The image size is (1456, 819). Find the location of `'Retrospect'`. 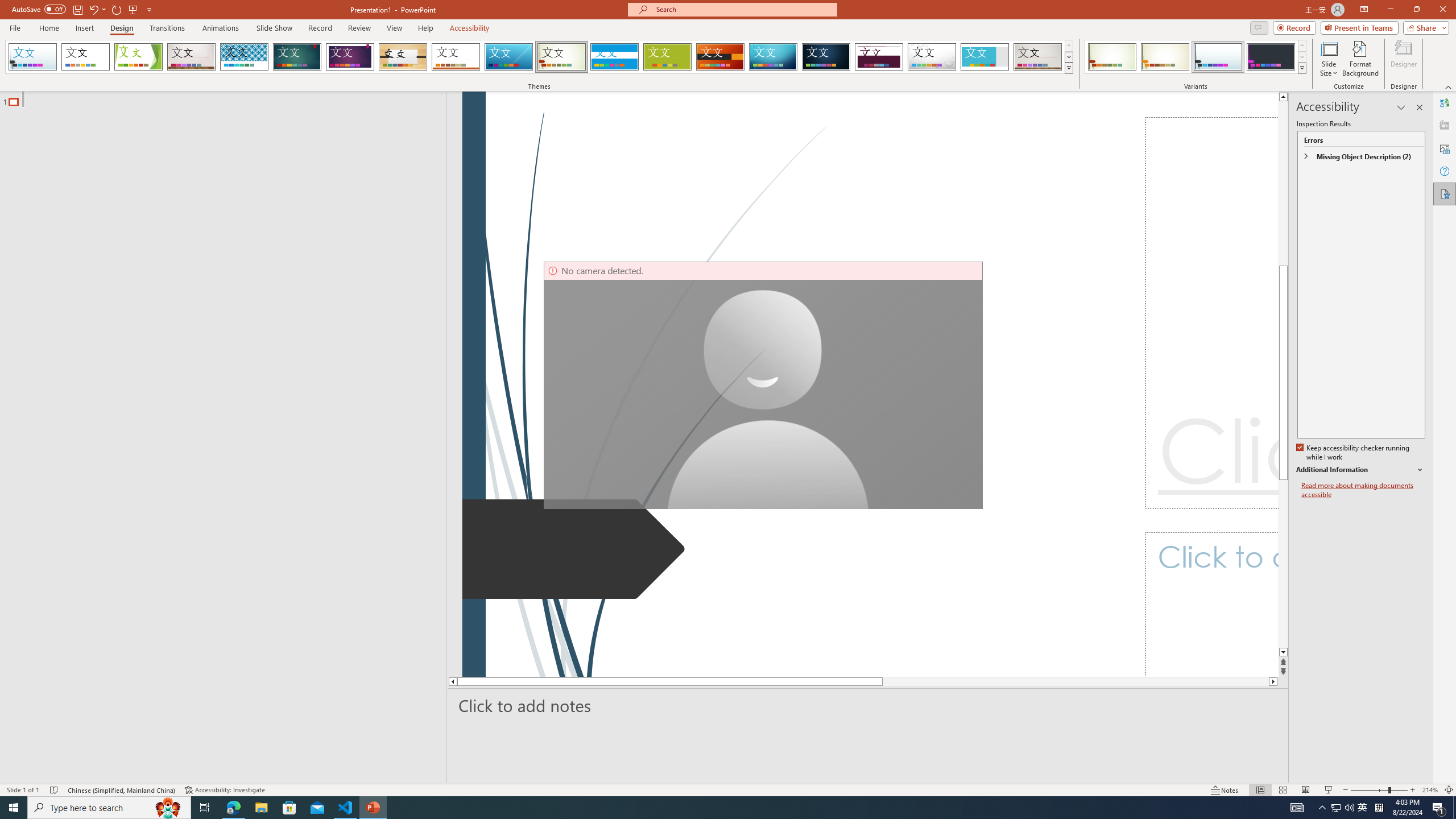

'Retrospect' is located at coordinates (455, 56).